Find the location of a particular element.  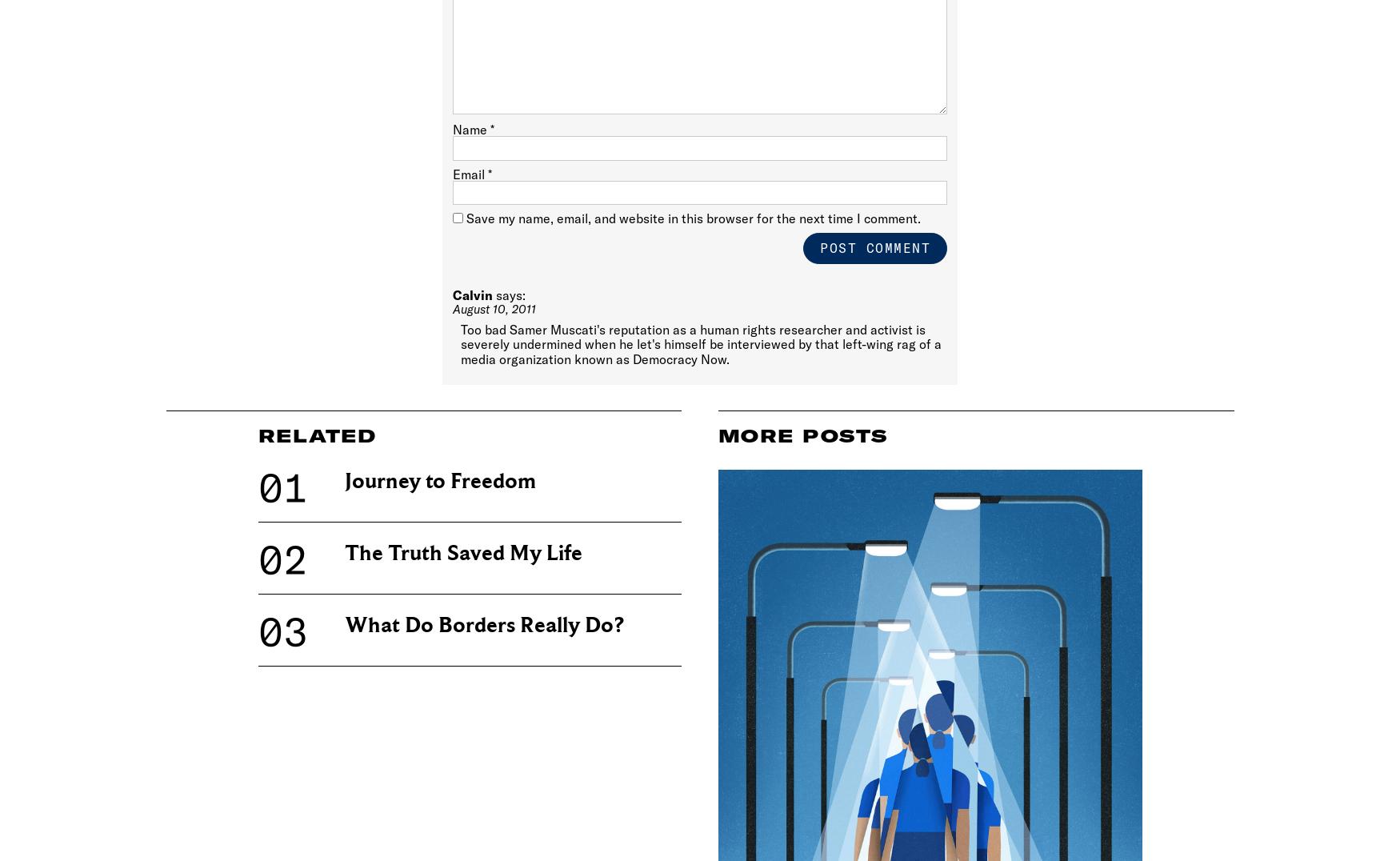

'August 10, 2011' is located at coordinates (494, 307).